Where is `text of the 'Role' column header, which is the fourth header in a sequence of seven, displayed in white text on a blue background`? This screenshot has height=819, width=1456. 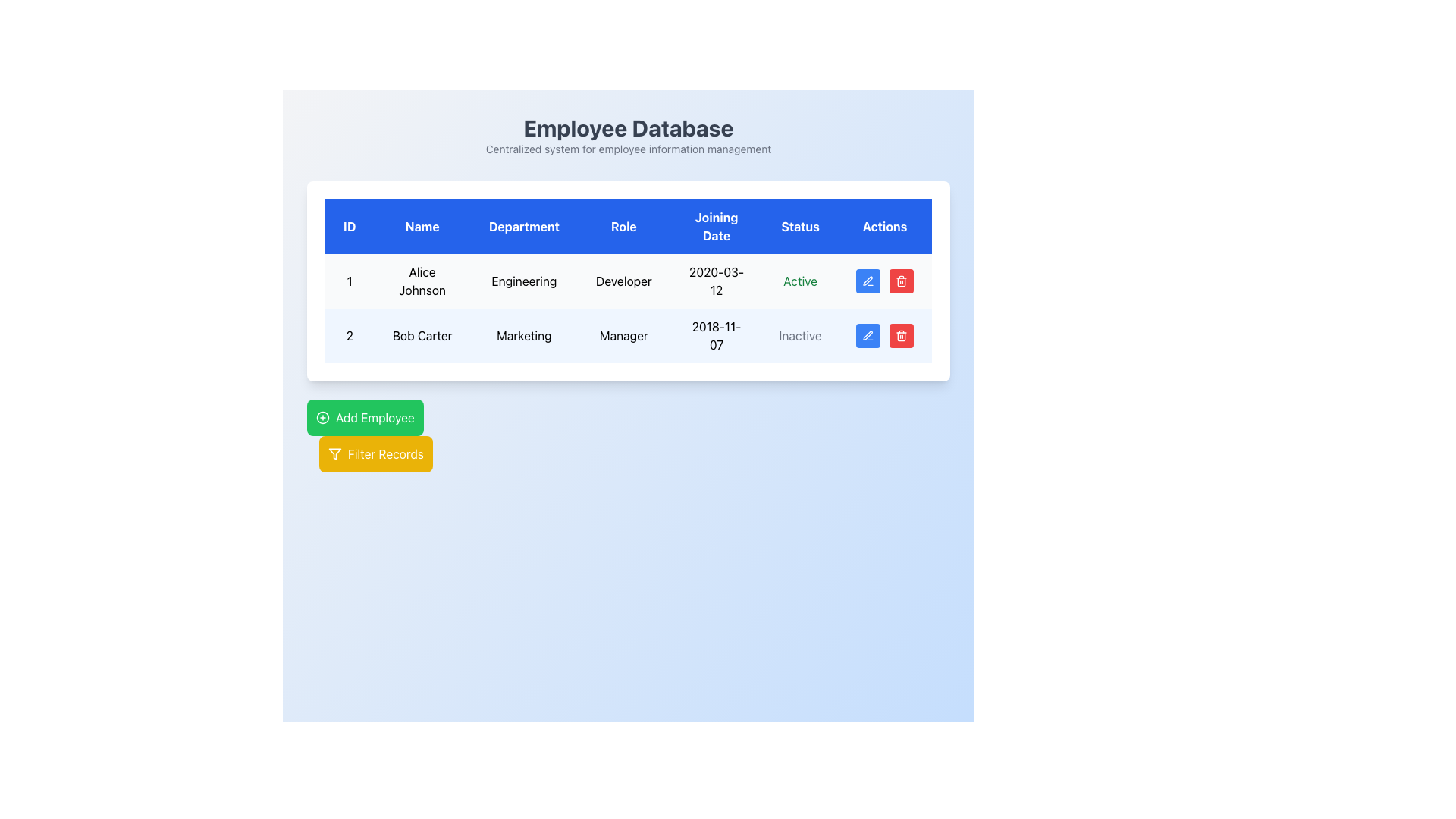
text of the 'Role' column header, which is the fourth header in a sequence of seven, displayed in white text on a blue background is located at coordinates (623, 227).